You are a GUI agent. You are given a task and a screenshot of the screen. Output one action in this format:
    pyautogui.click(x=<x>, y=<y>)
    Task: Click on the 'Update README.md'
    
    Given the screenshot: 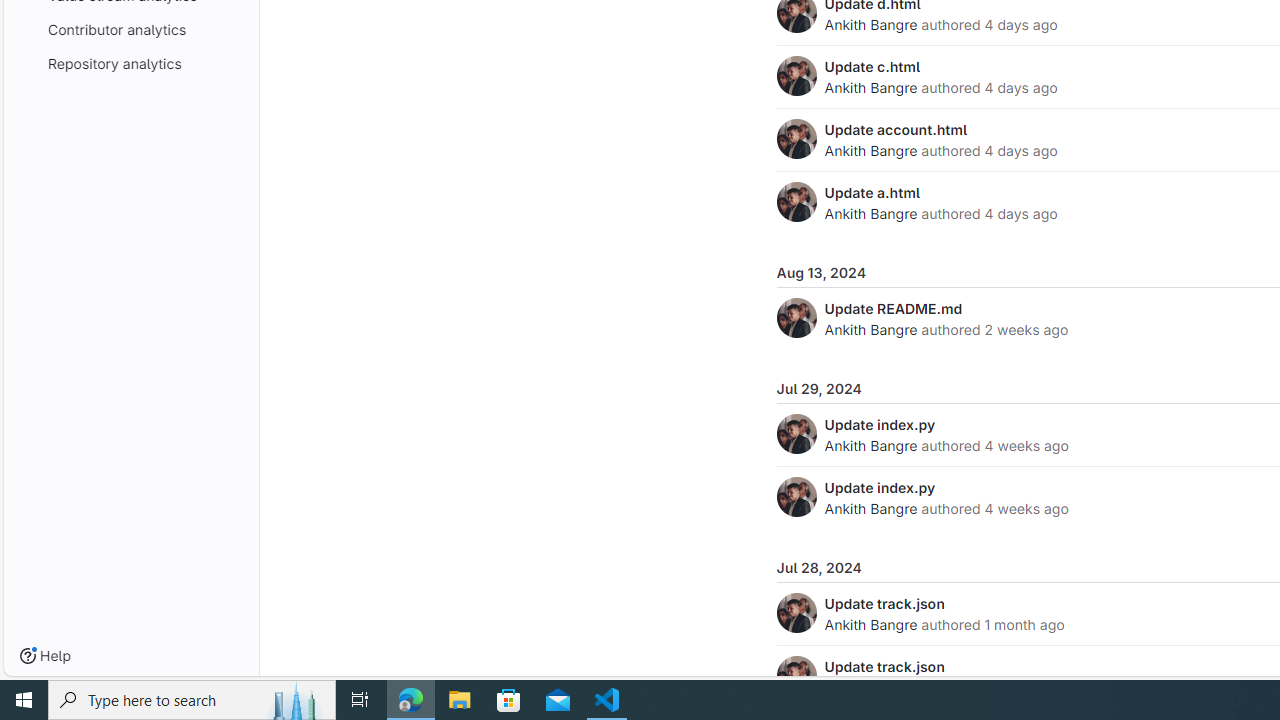 What is the action you would take?
    pyautogui.click(x=892, y=308)
    